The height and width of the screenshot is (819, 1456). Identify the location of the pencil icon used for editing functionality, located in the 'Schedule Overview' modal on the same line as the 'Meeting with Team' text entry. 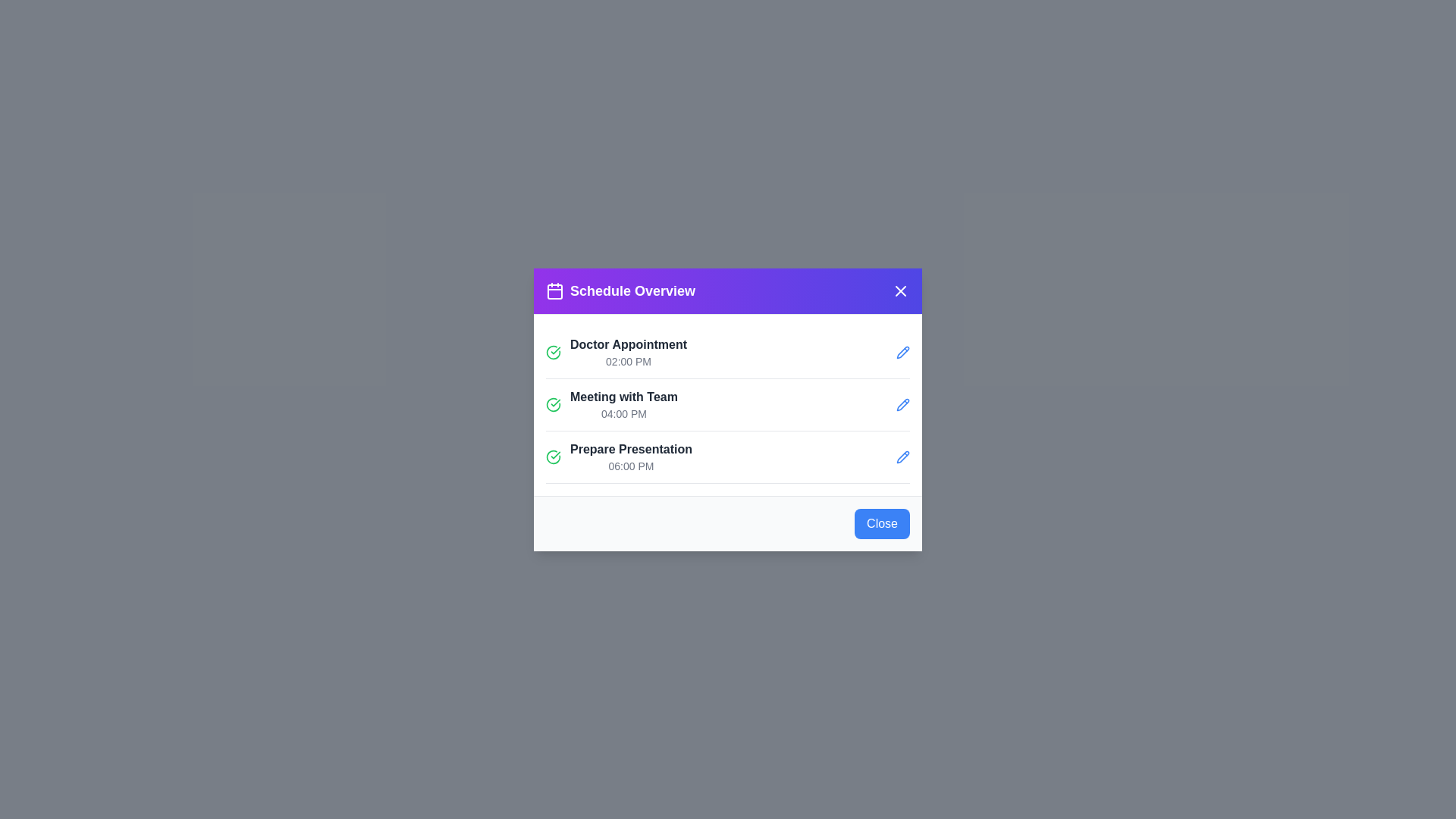
(902, 403).